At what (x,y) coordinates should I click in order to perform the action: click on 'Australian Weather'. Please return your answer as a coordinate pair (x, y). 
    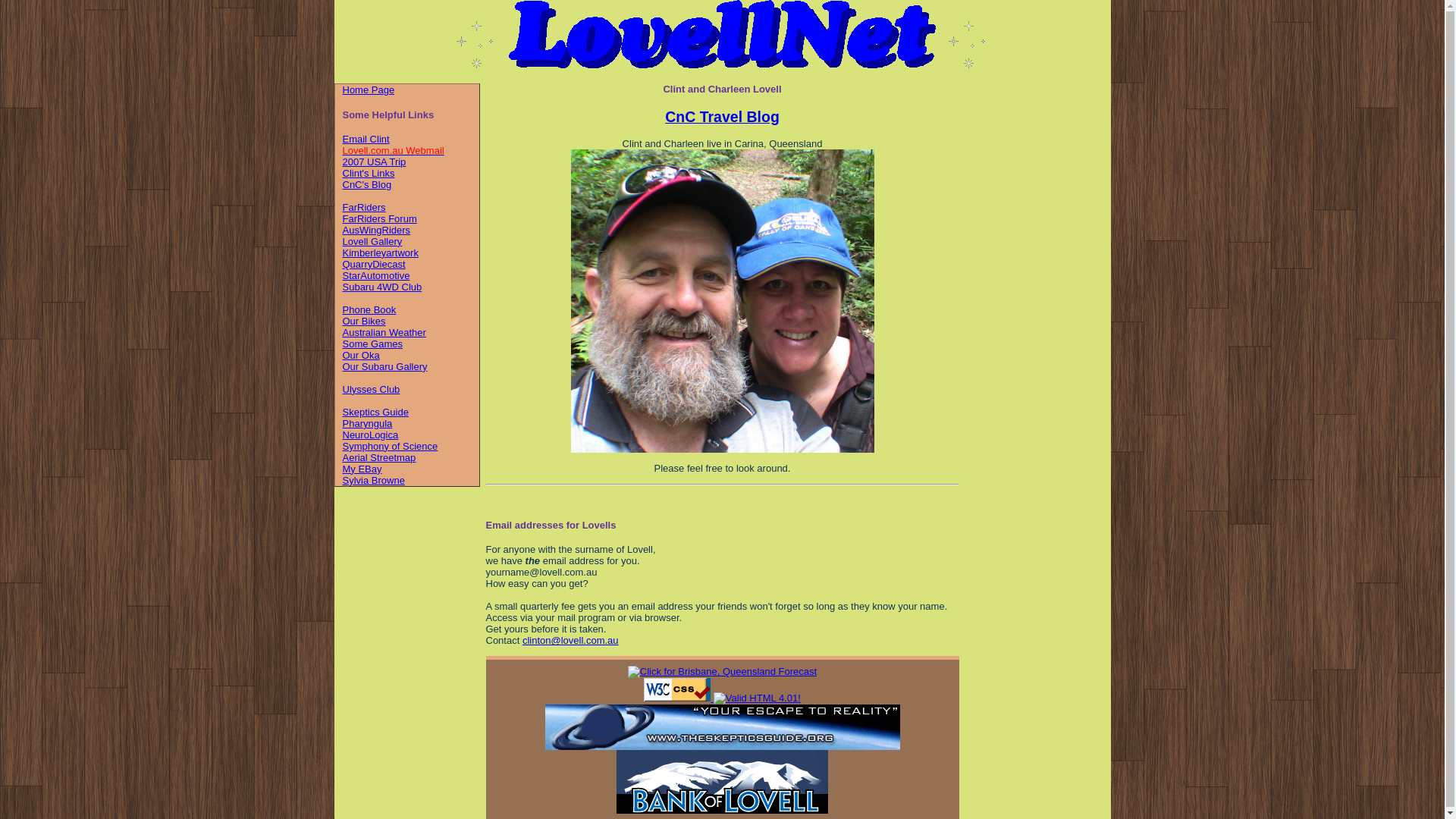
    Looking at the image, I should click on (384, 331).